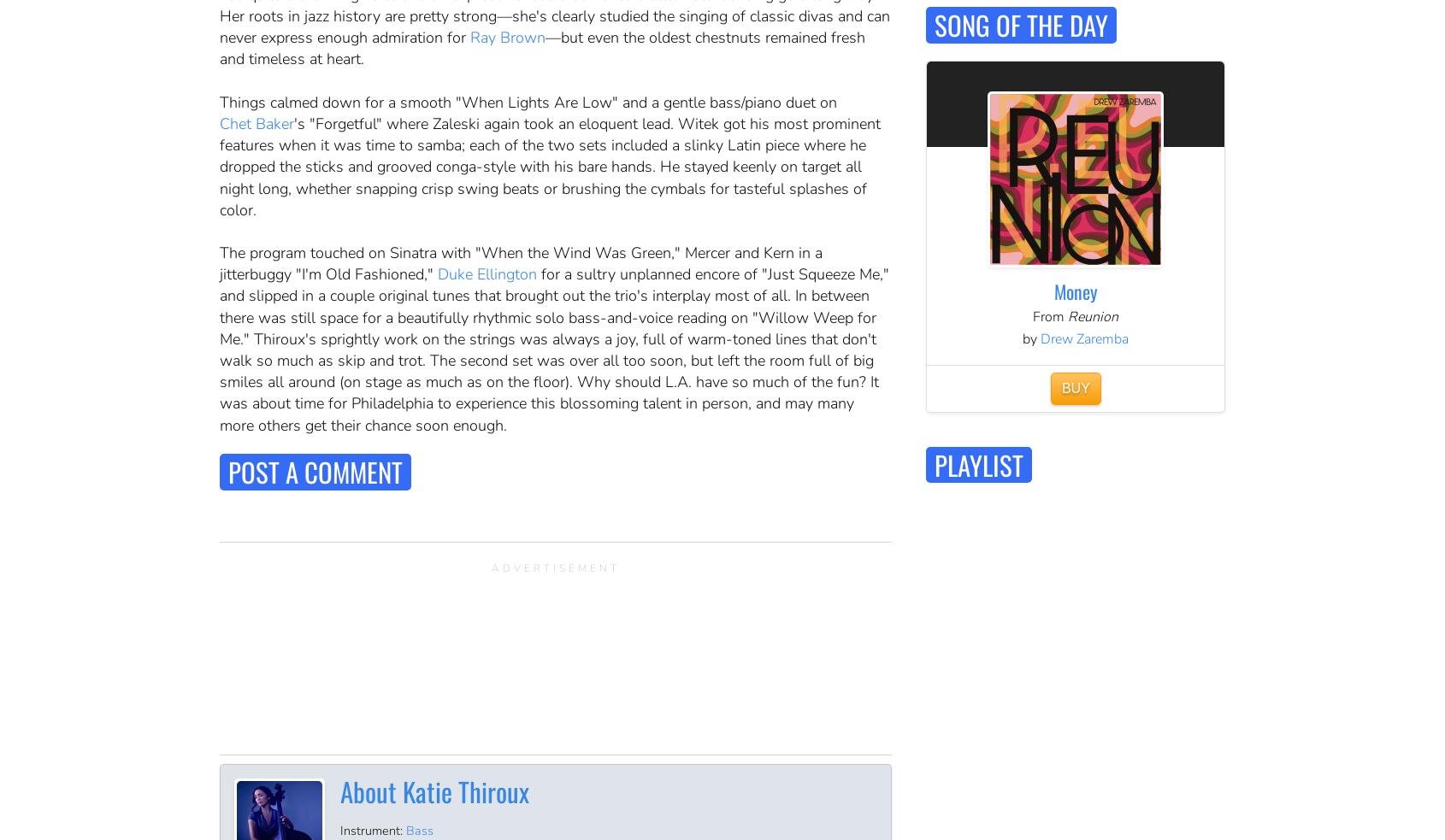 The height and width of the screenshot is (840, 1445). What do you see at coordinates (1032, 315) in the screenshot?
I see `'From'` at bounding box center [1032, 315].